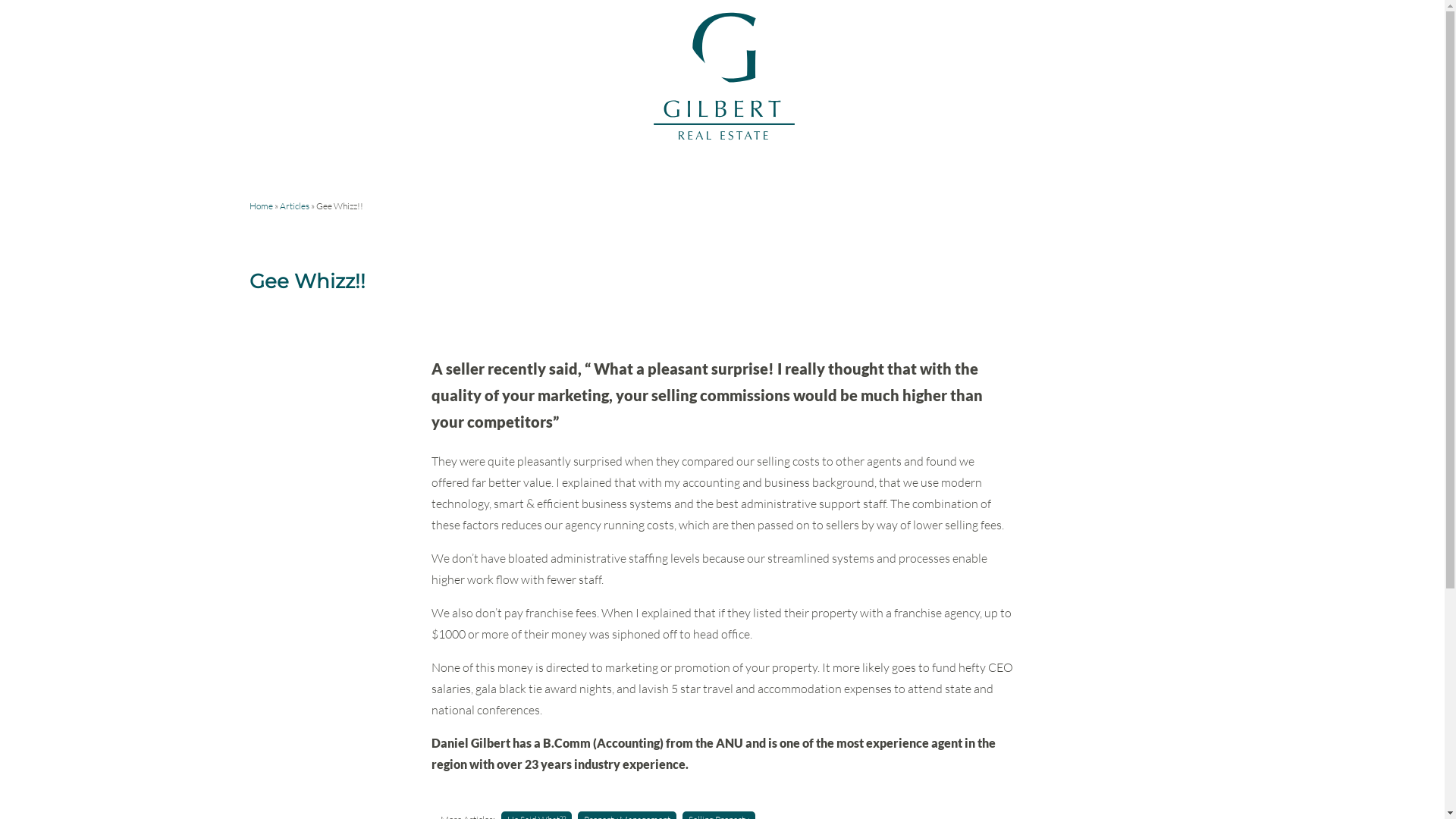 This screenshot has width=1456, height=819. I want to click on 'Gilbert Real Estate', so click(720, 137).